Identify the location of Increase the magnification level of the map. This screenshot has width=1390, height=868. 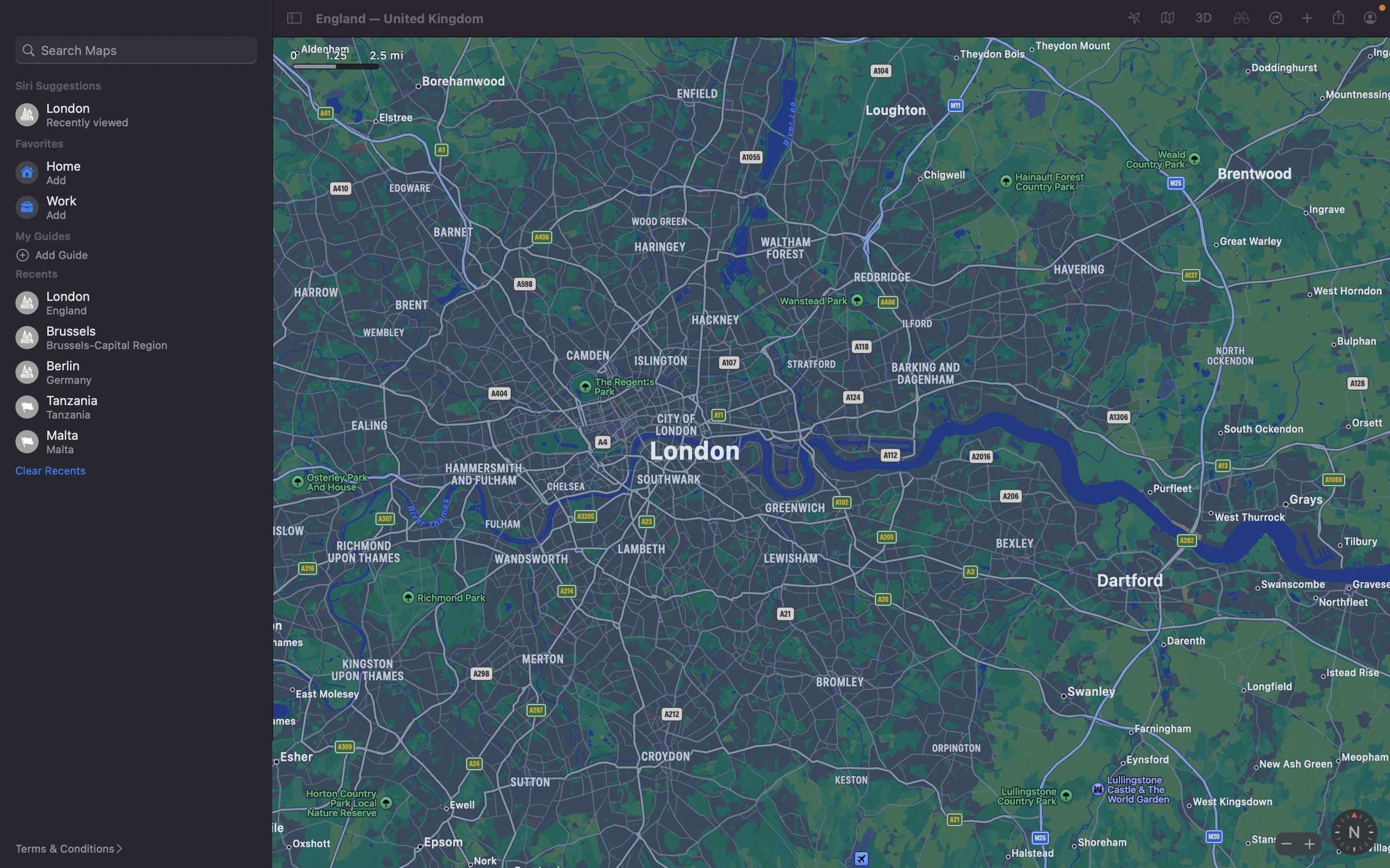
(1307, 843).